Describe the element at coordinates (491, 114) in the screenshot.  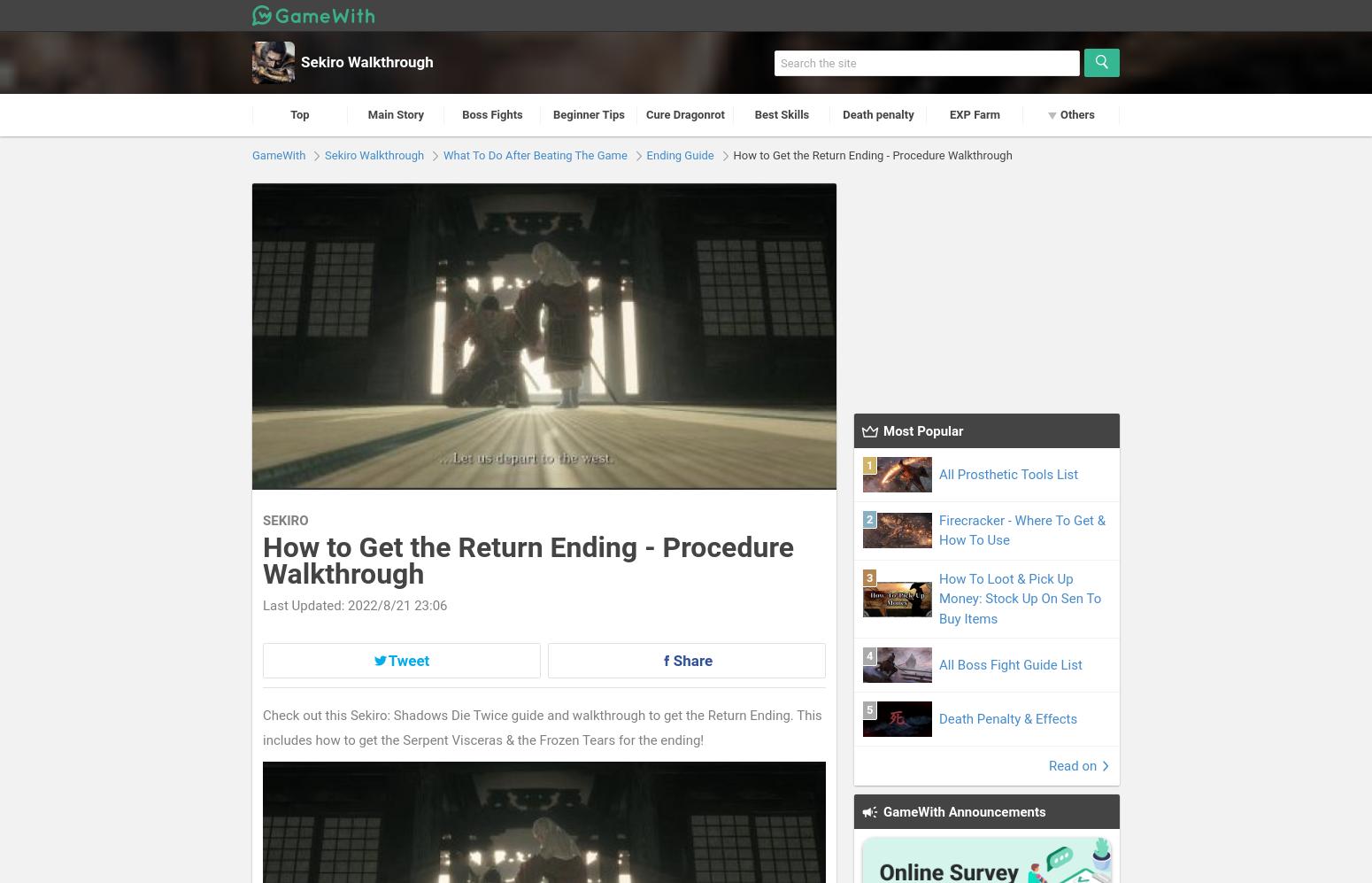
I see `'Boss Fights'` at that location.